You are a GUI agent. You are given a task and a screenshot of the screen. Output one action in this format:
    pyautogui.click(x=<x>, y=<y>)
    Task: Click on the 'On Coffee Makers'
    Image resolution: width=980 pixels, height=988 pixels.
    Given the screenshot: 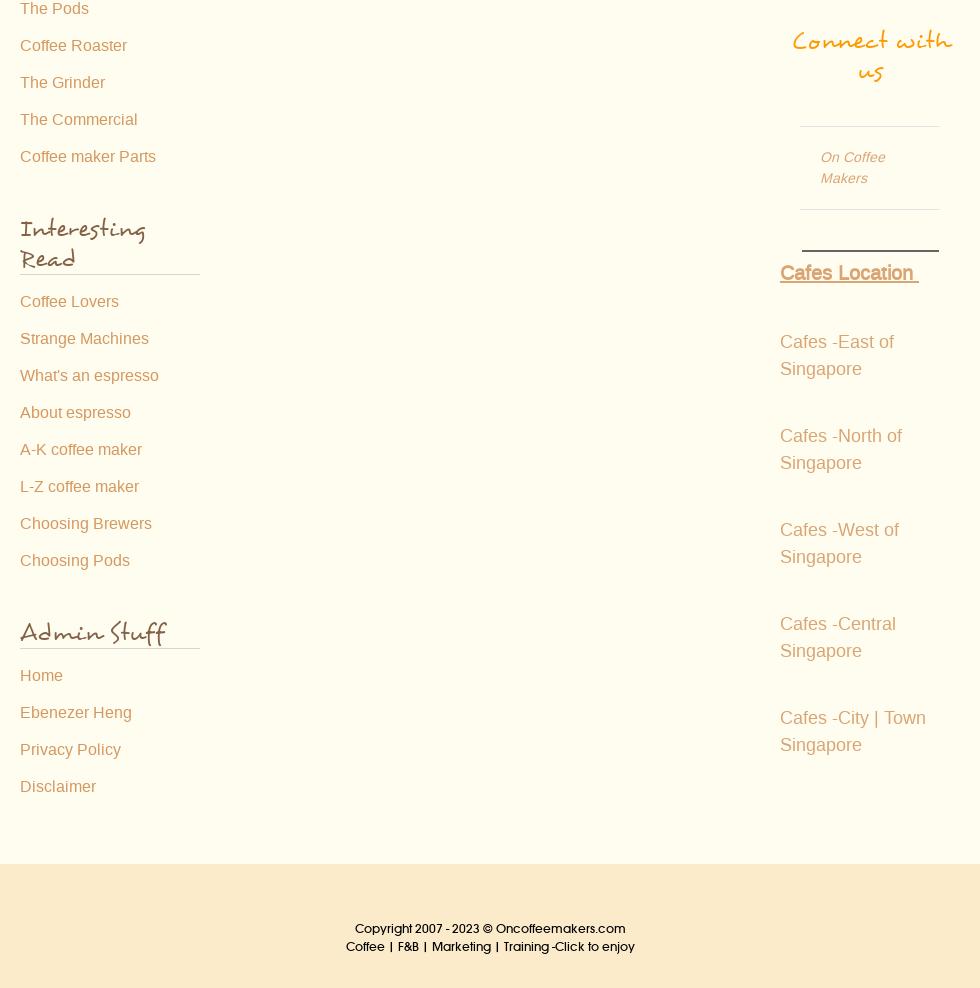 What is the action you would take?
    pyautogui.click(x=852, y=166)
    